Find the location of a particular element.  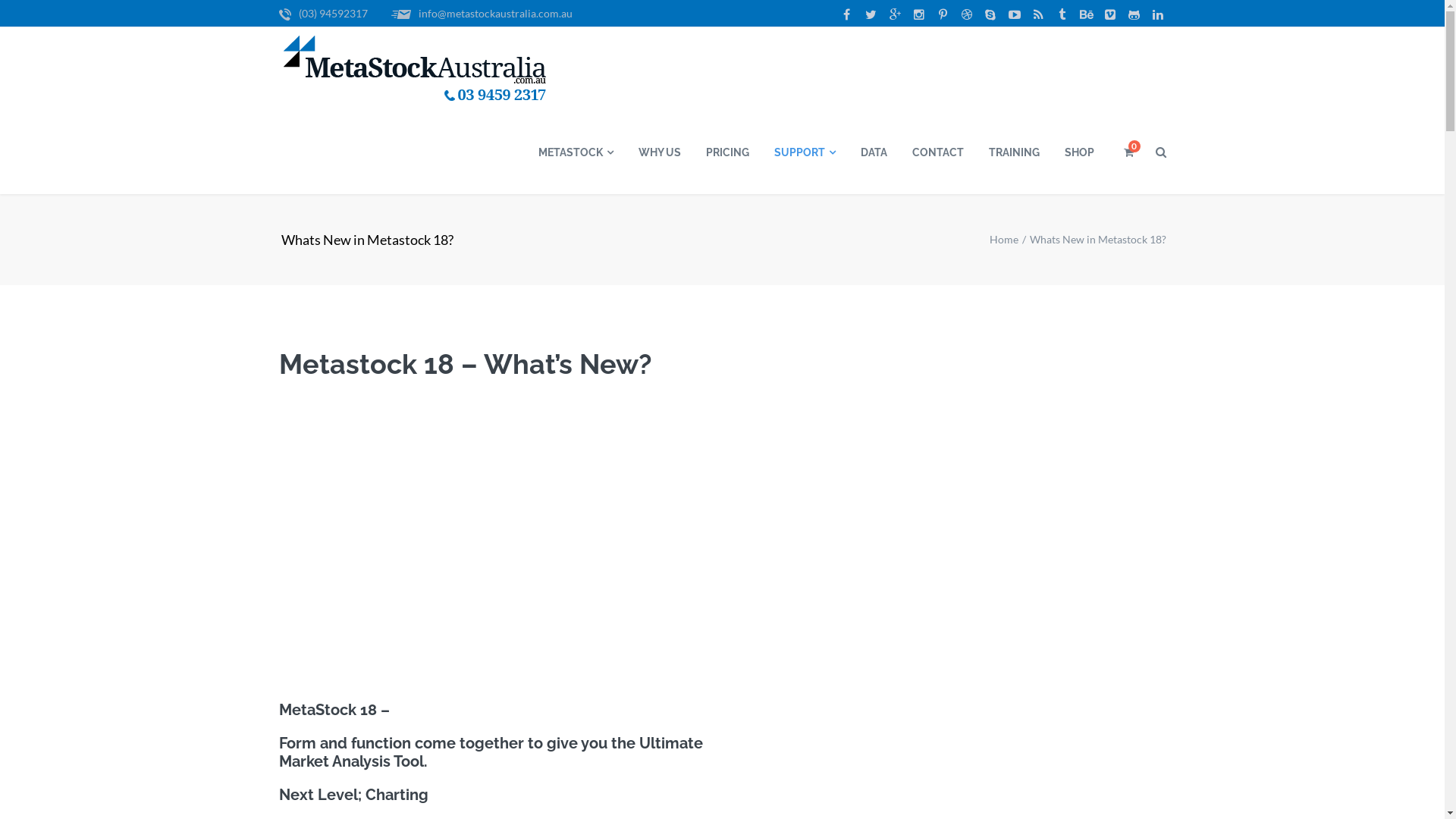

'METASTOCK' is located at coordinates (524, 152).